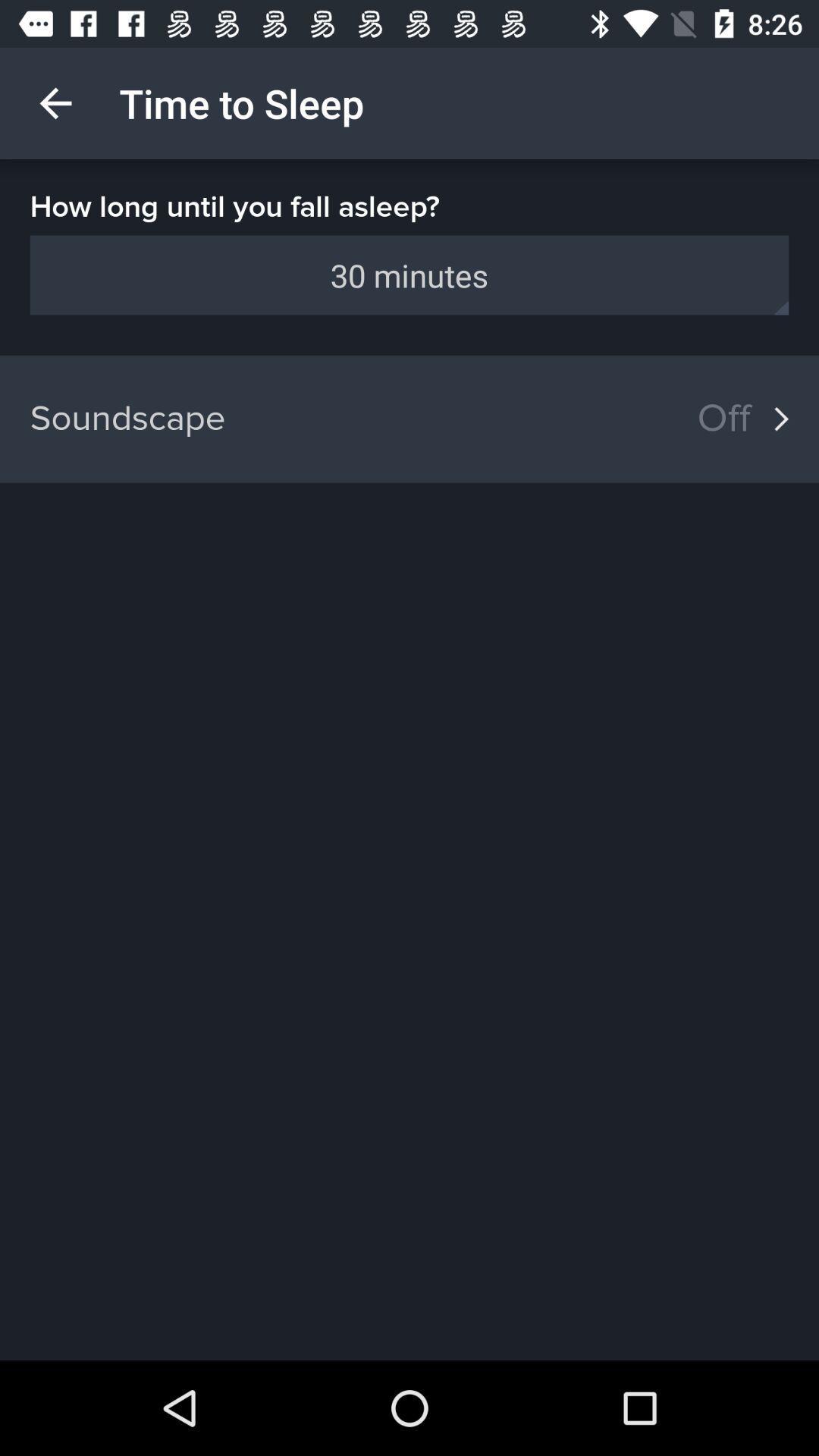 Image resolution: width=819 pixels, height=1456 pixels. Describe the element at coordinates (55, 102) in the screenshot. I see `the icon to the left of time to sleep` at that location.